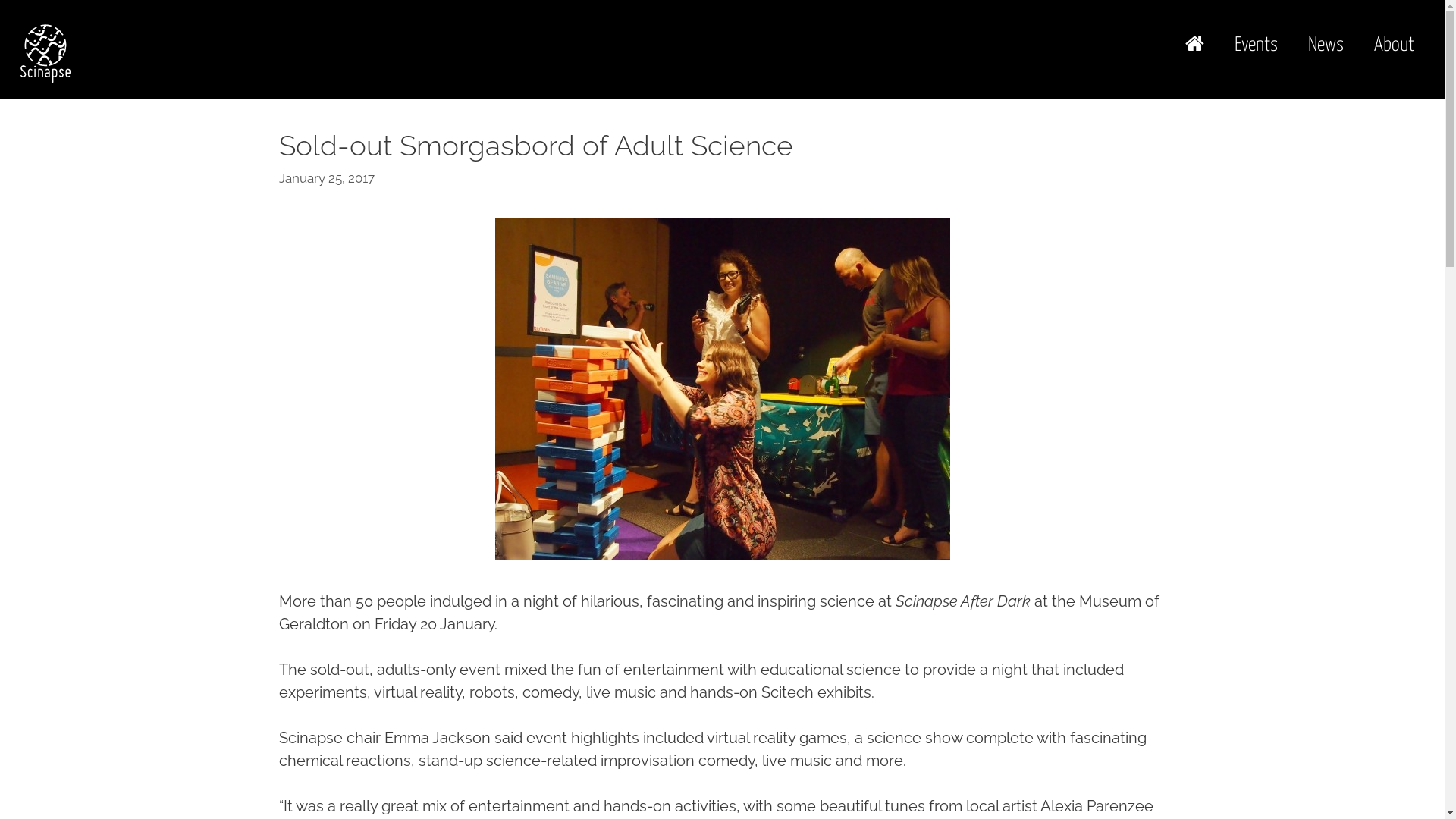  What do you see at coordinates (1394, 45) in the screenshot?
I see `'About'` at bounding box center [1394, 45].